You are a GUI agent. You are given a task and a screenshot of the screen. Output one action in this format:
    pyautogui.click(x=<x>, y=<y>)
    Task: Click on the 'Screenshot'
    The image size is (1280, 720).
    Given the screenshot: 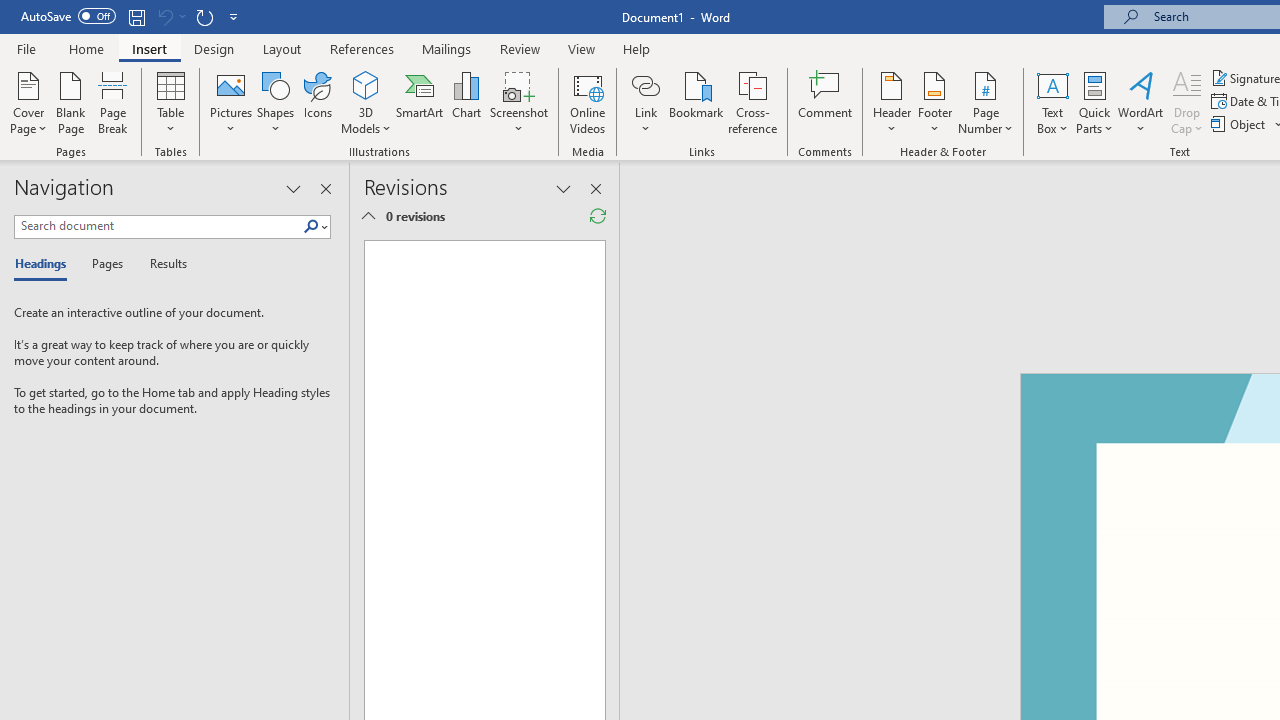 What is the action you would take?
    pyautogui.click(x=519, y=103)
    